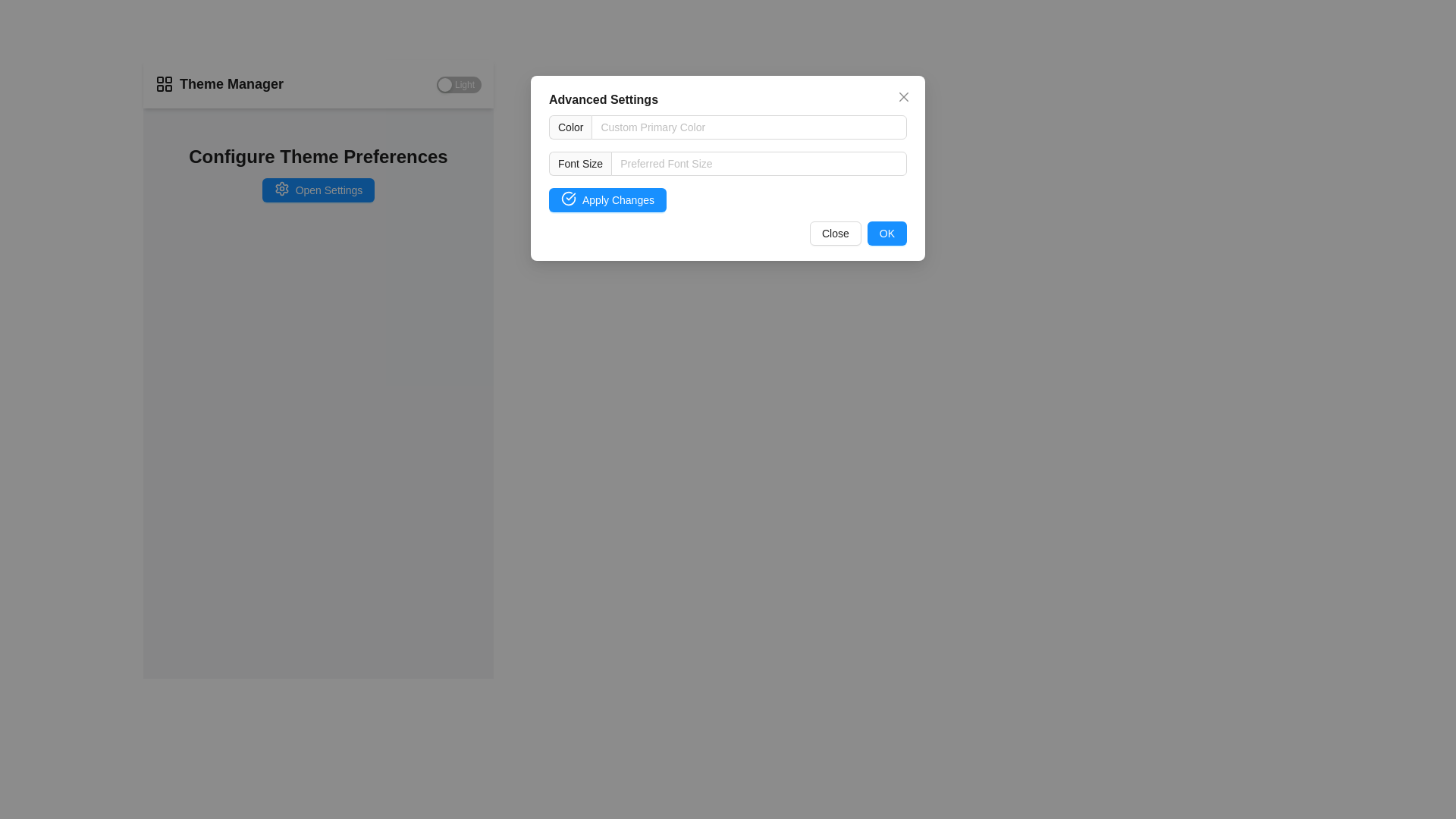  I want to click on the small circular gear icon within the blue button labeled 'Open Settings', so click(281, 189).